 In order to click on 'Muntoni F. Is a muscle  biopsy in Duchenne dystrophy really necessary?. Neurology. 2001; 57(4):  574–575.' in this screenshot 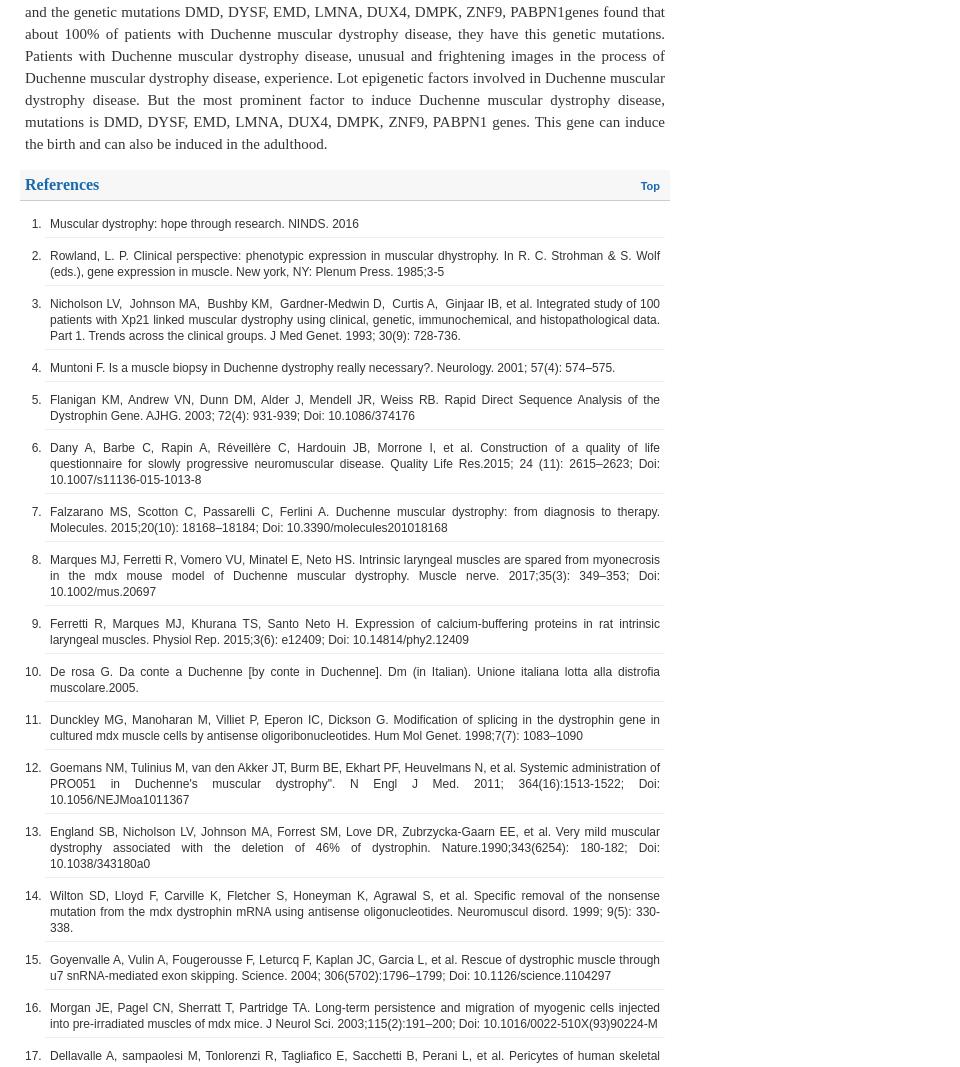, I will do `click(332, 367)`.